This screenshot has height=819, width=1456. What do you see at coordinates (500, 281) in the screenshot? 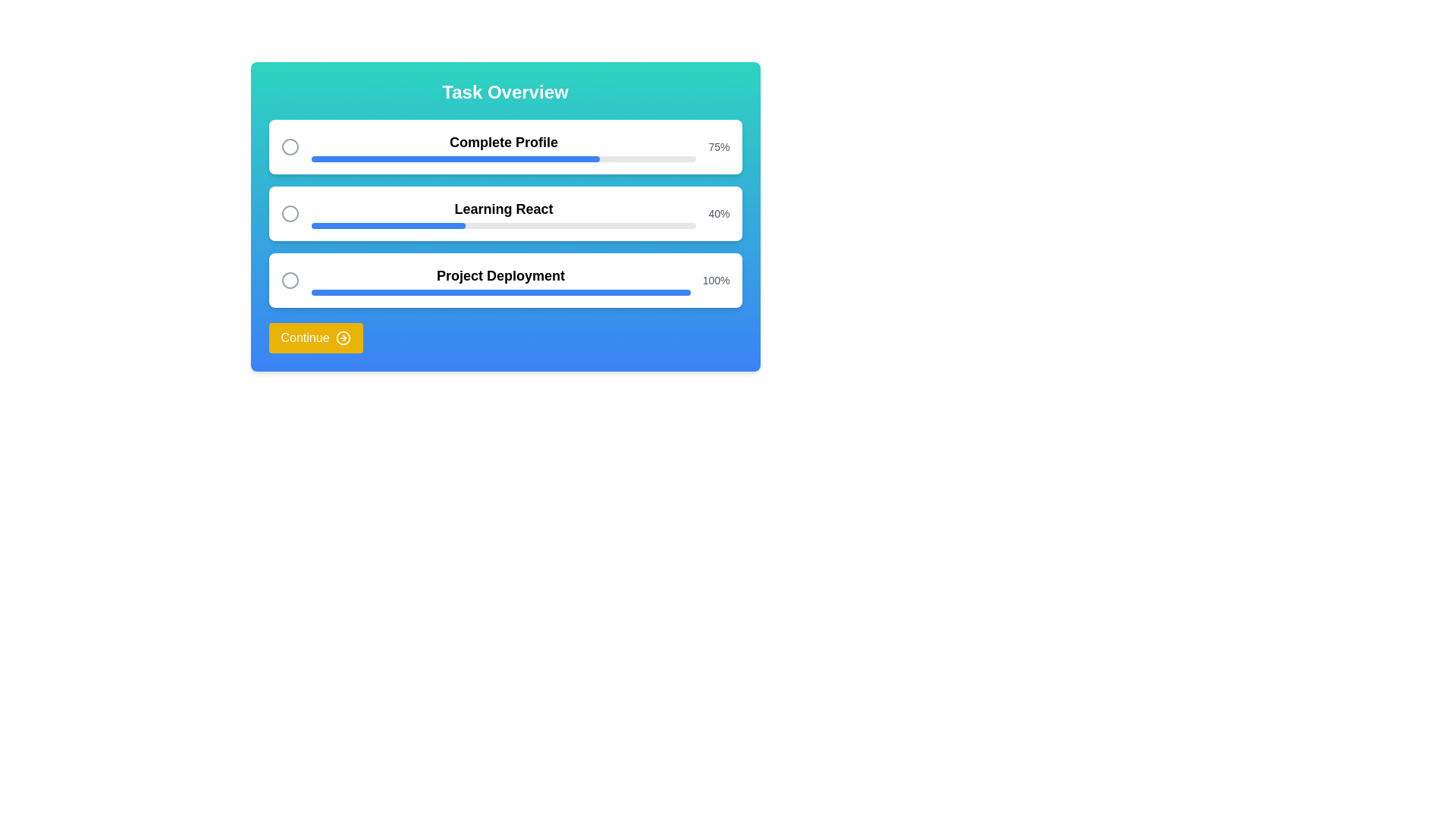
I see `text label 'Project Deployment' displayed in bold above the progress bar in the third card-like section of the interface` at bounding box center [500, 281].